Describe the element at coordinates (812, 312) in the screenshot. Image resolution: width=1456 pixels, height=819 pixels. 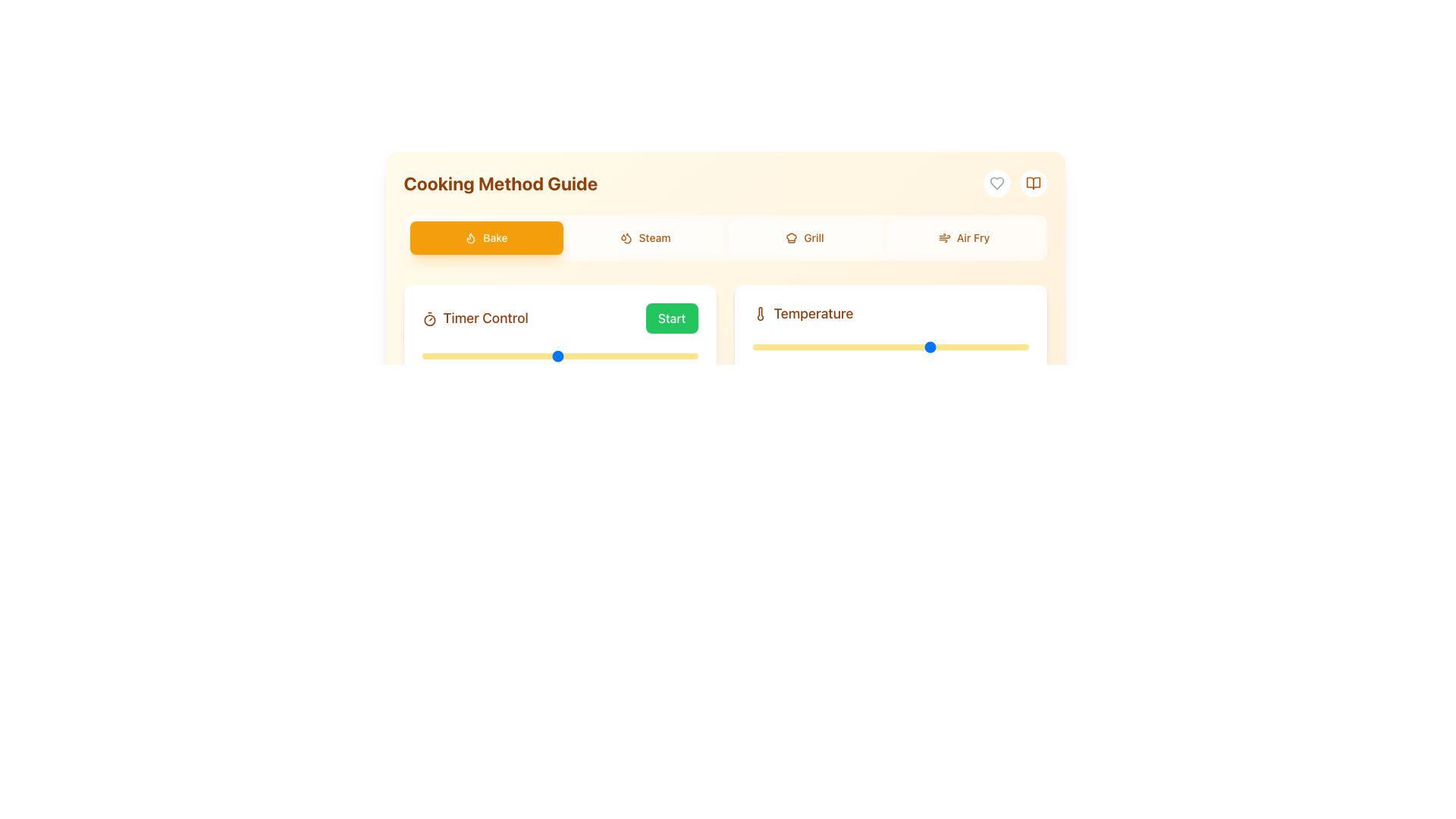
I see `the 'Temperature' text element, which is displayed in bold brown font and located next to a thermometer icon` at that location.